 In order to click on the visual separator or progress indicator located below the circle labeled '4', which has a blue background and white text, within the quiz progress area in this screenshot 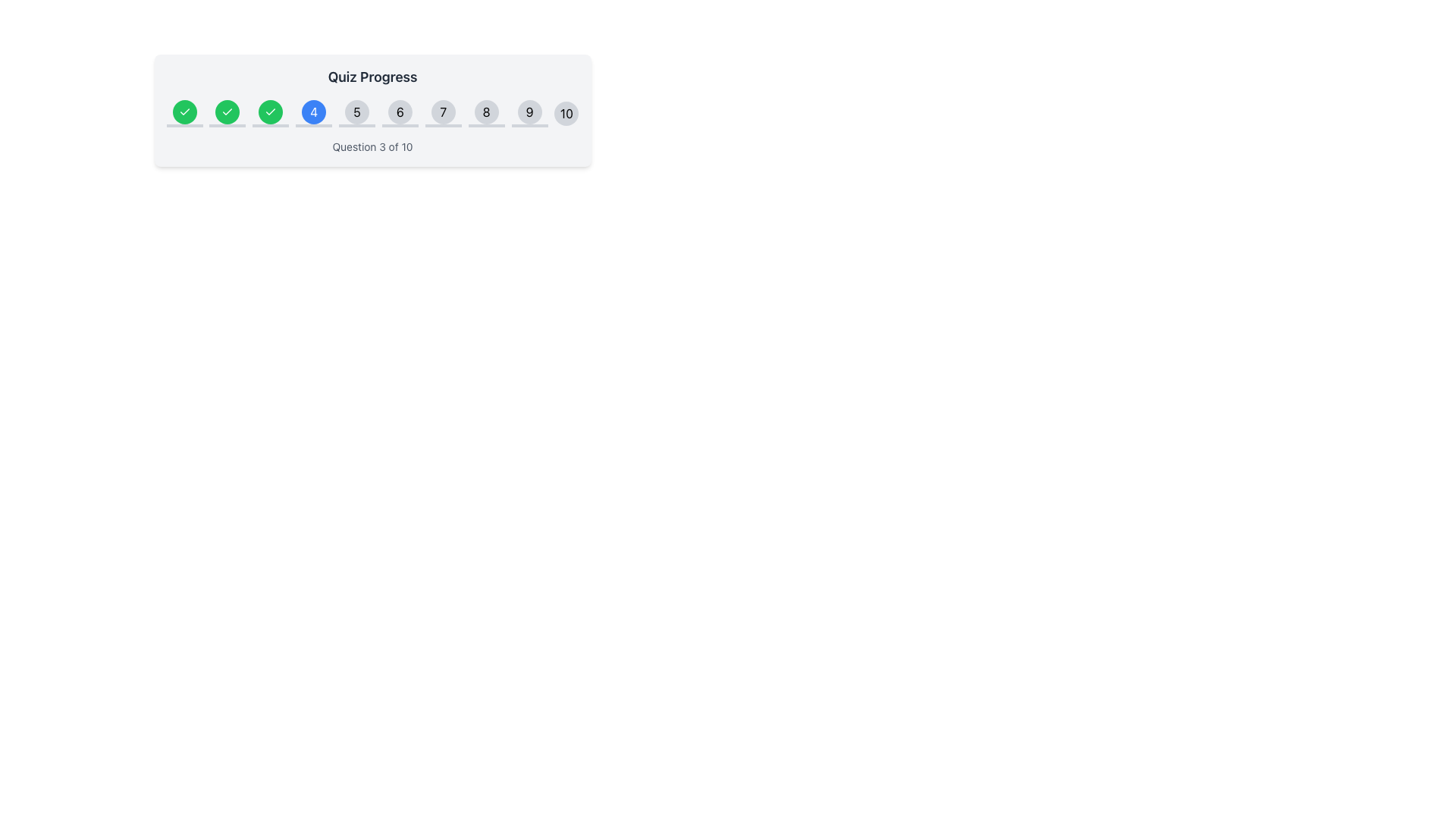, I will do `click(313, 124)`.